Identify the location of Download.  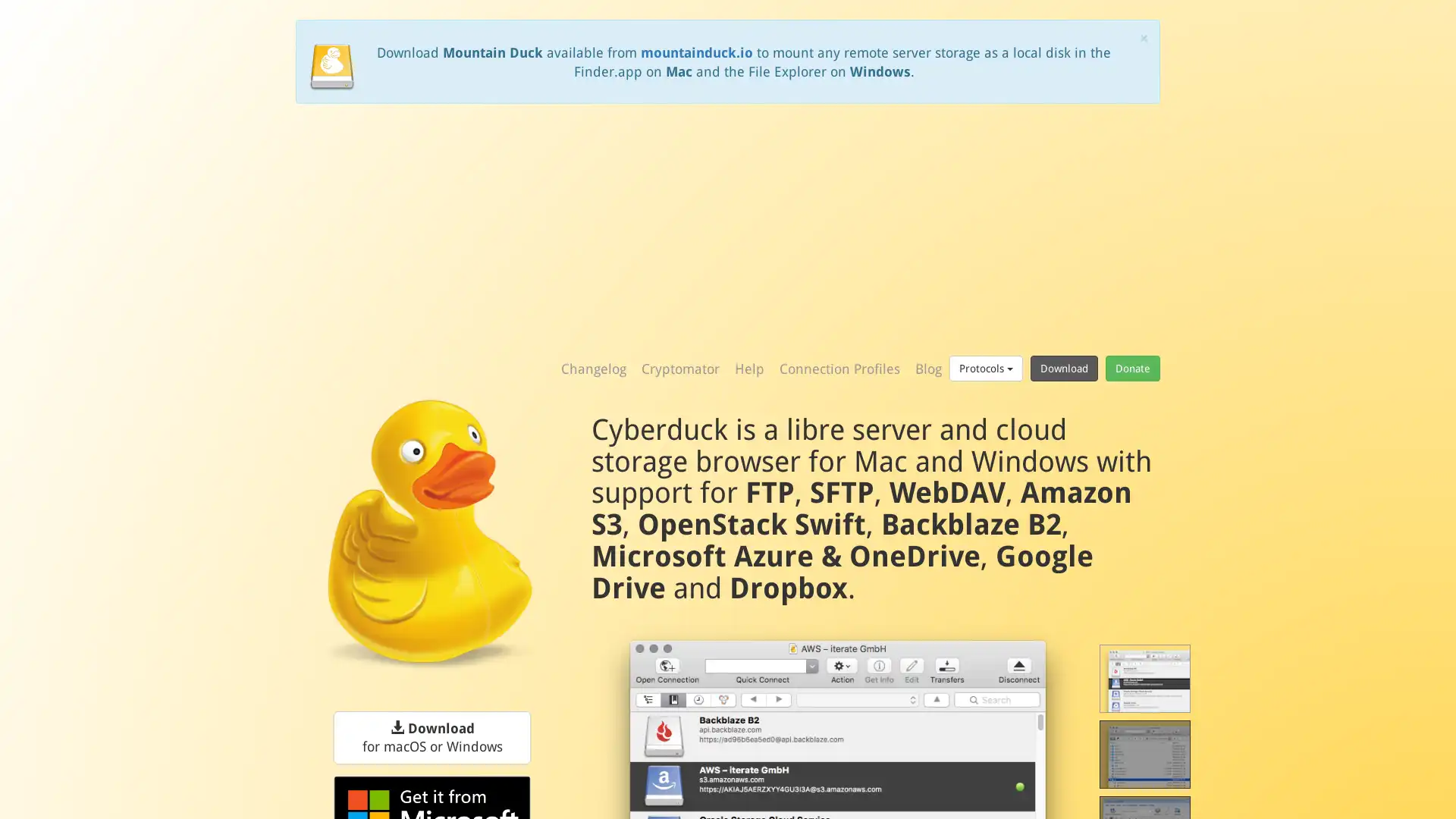
(1063, 368).